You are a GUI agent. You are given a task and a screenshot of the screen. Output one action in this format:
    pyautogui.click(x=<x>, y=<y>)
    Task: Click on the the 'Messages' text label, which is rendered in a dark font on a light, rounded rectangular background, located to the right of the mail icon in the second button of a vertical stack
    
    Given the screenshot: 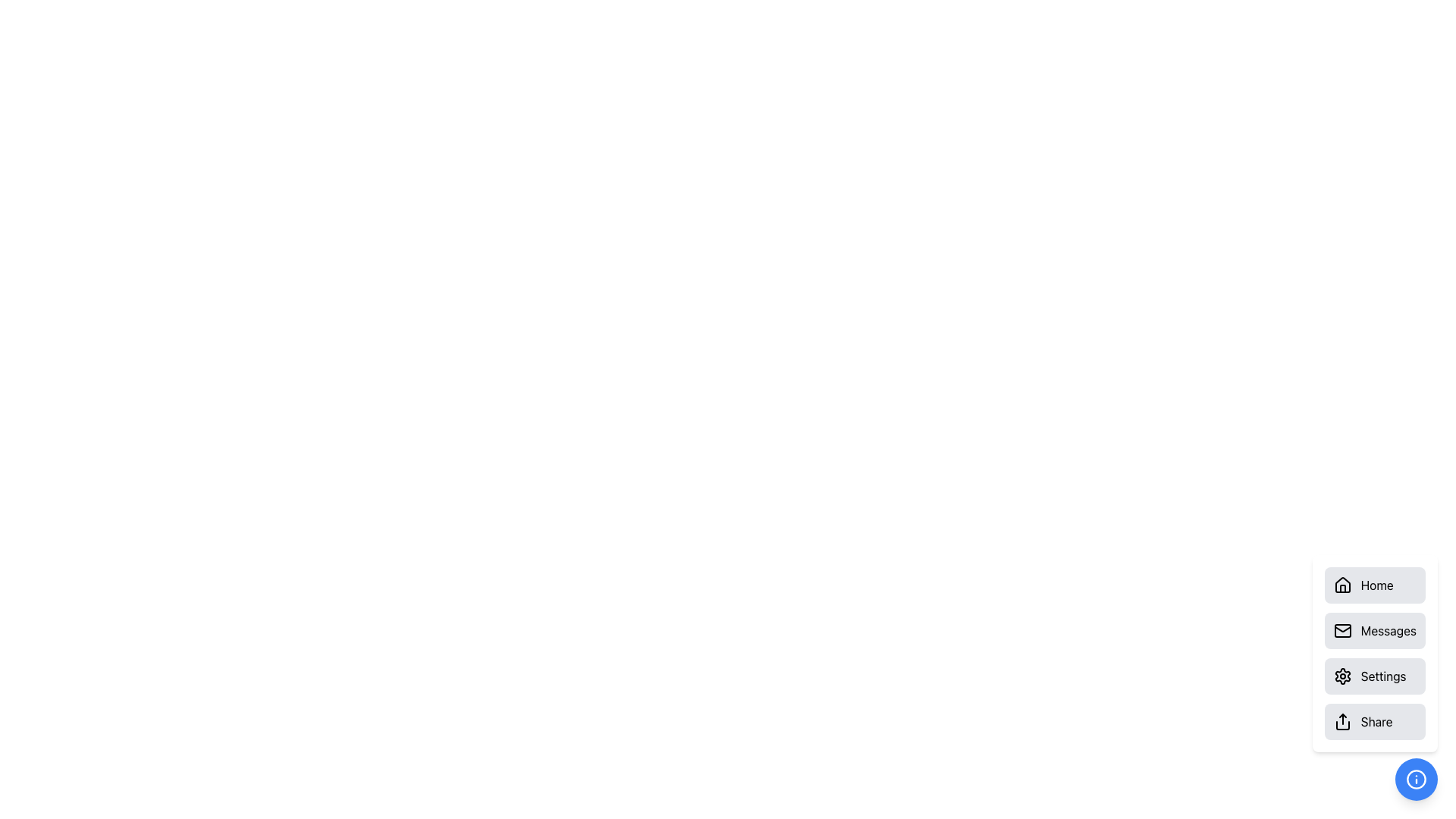 What is the action you would take?
    pyautogui.click(x=1389, y=631)
    